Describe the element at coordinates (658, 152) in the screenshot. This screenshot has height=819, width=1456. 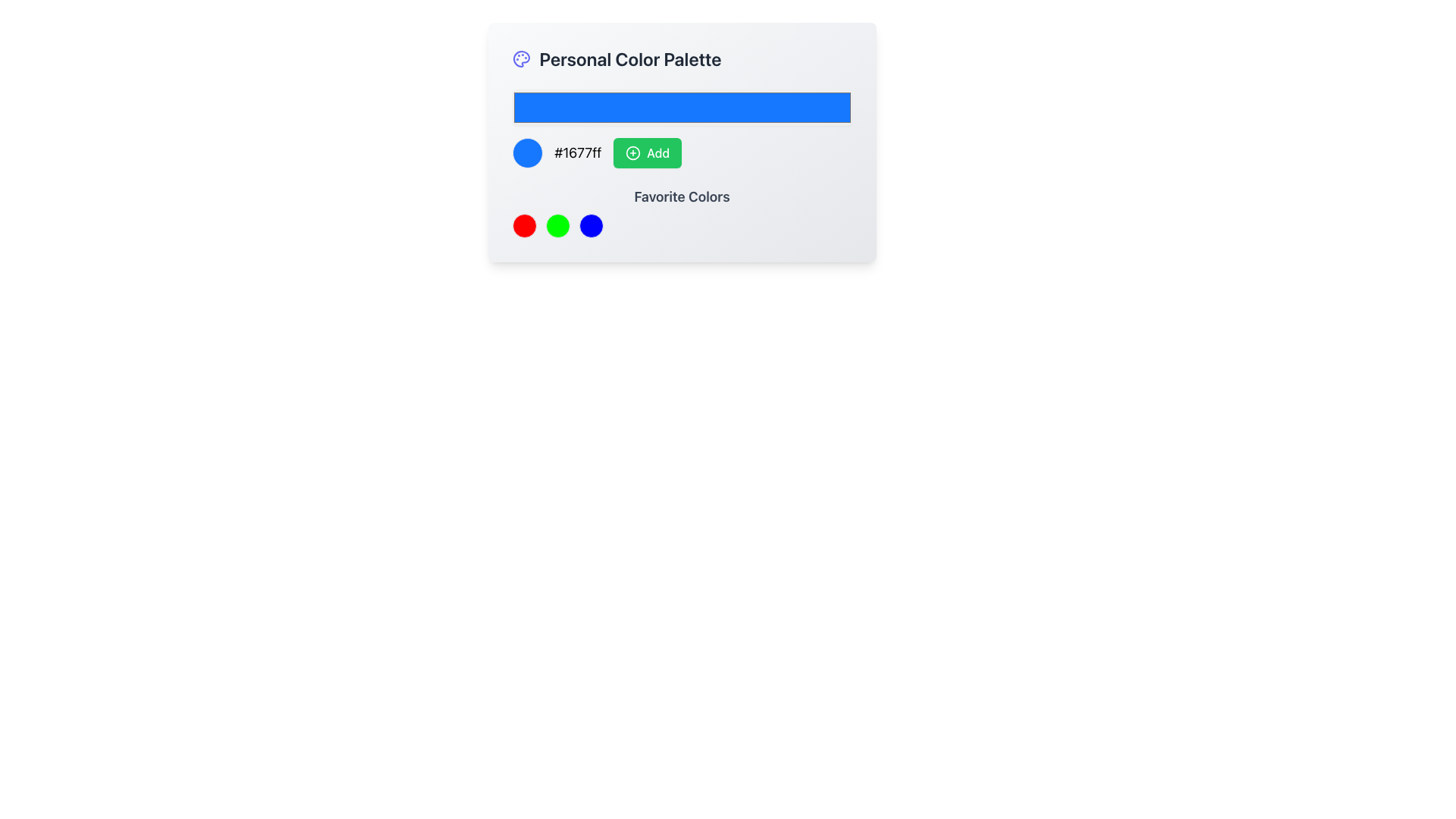
I see `the 'Add' button text label` at that location.